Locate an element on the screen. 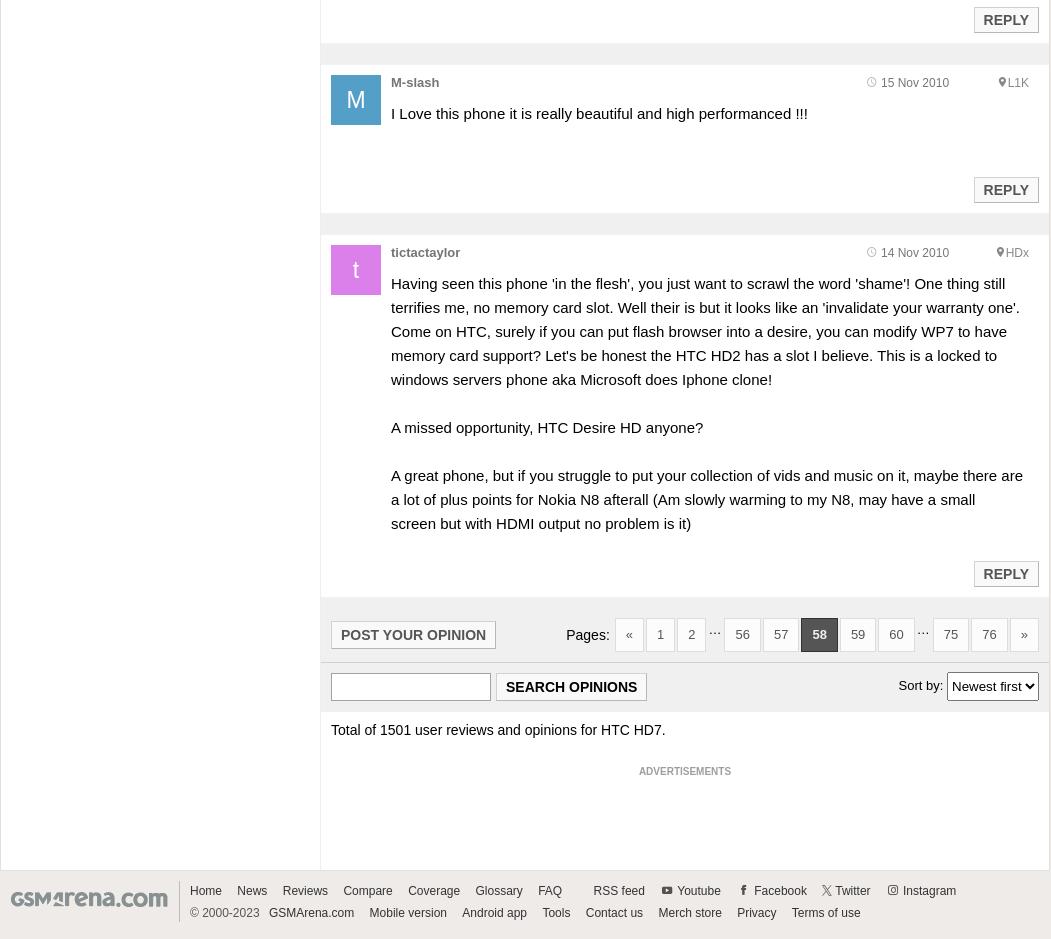 This screenshot has height=939, width=1051. 'I Love this phone it is really beautiful and high performanced !!!' is located at coordinates (598, 112).